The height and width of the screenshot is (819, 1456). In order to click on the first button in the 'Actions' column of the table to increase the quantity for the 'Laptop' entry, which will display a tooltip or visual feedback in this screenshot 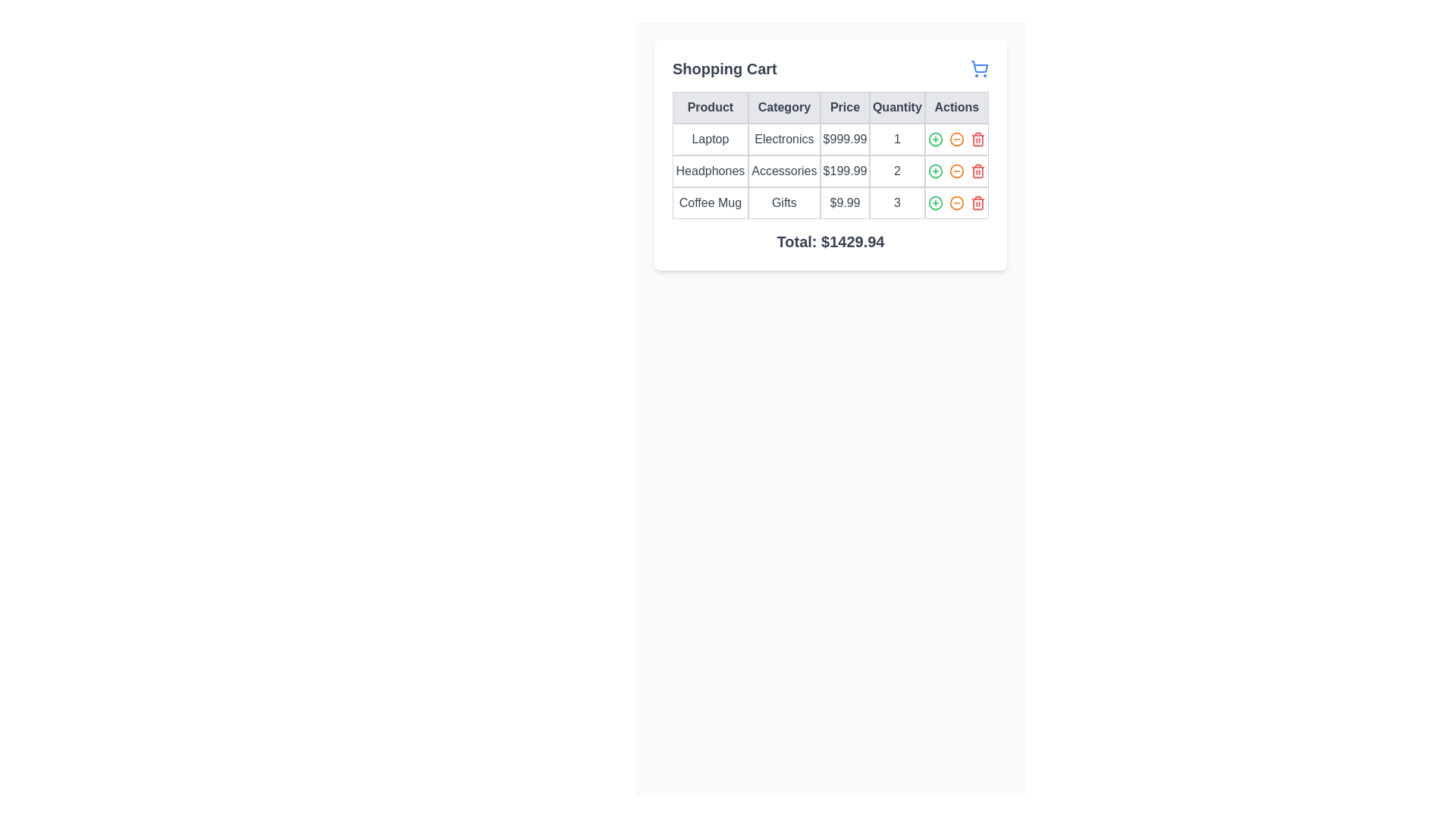, I will do `click(934, 140)`.